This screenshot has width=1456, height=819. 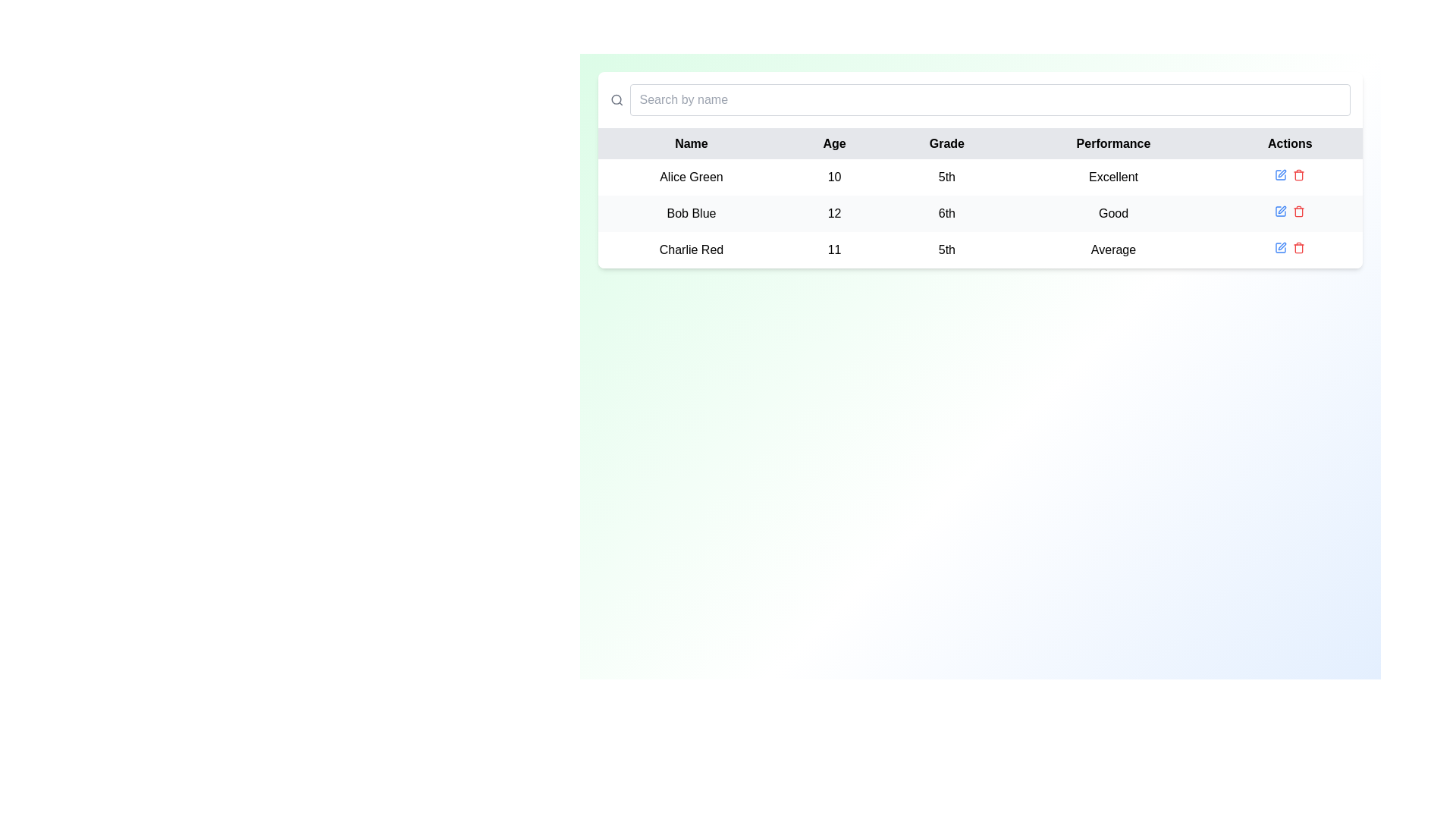 What do you see at coordinates (946, 249) in the screenshot?
I see `the table cell displaying the text '5th' in the third column of the row associated with 'Charlie Red' under the 'Grade' header` at bounding box center [946, 249].